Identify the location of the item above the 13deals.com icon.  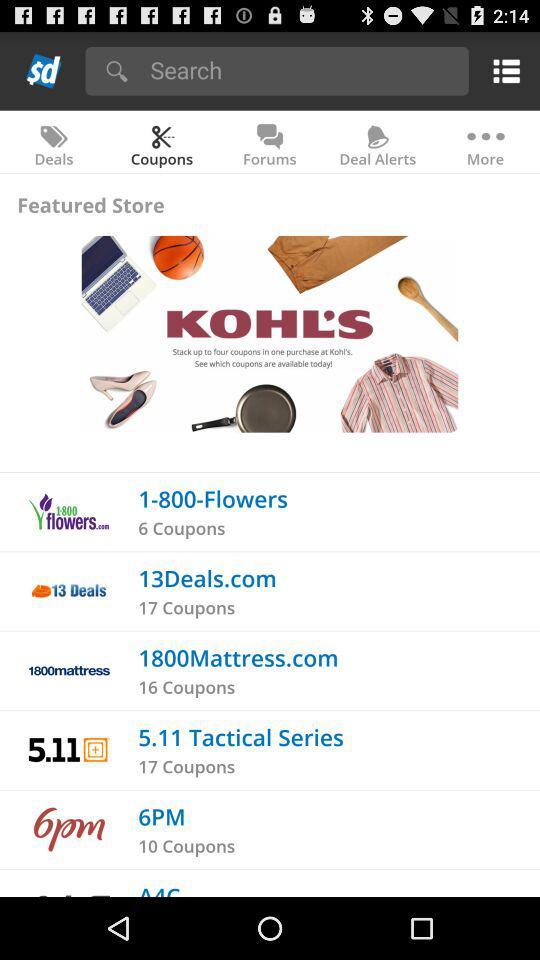
(181, 527).